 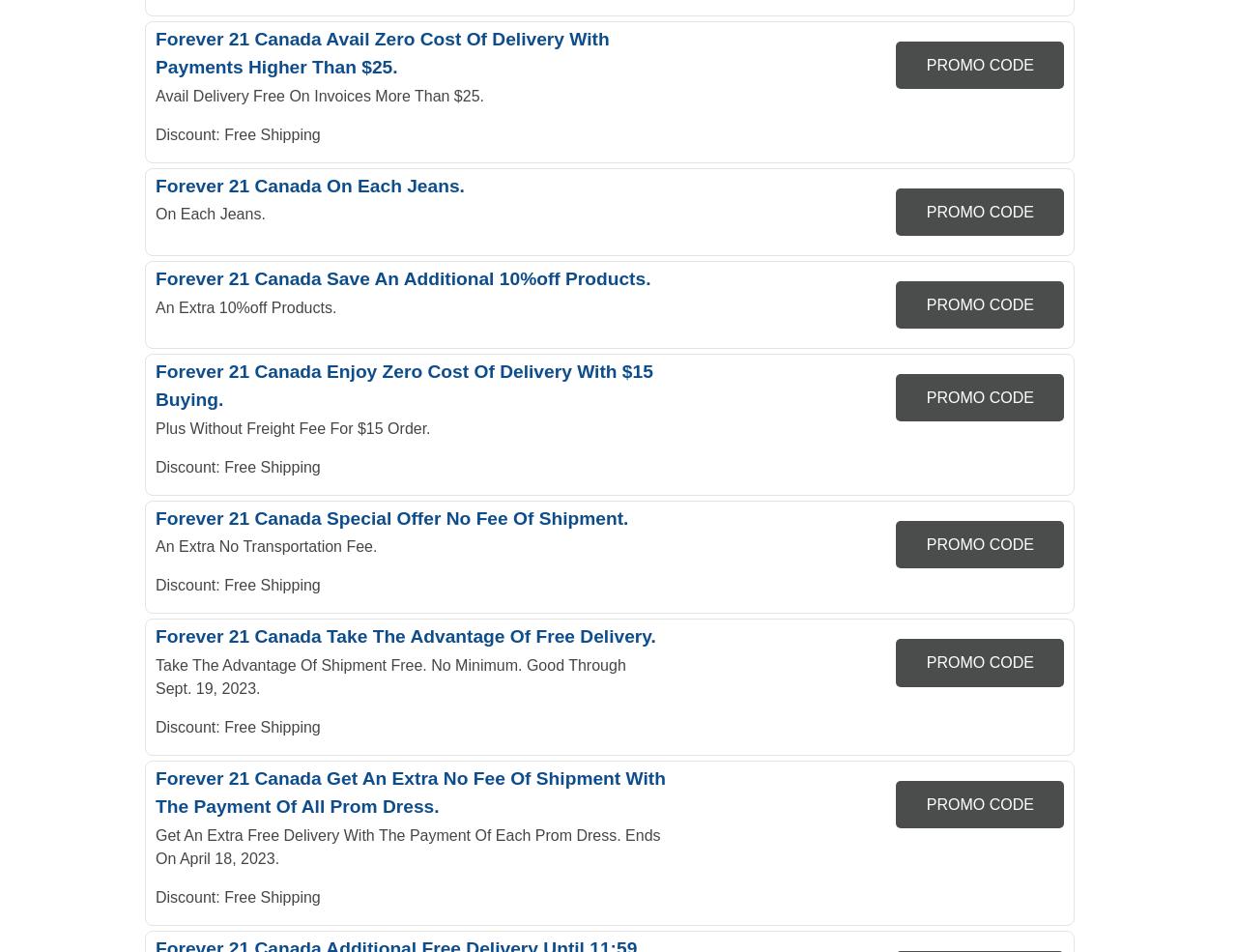 What do you see at coordinates (382, 51) in the screenshot?
I see `'Forever 21 Canada Avail Zero Cost Of Delivery With Payments Higher Than $25.'` at bounding box center [382, 51].